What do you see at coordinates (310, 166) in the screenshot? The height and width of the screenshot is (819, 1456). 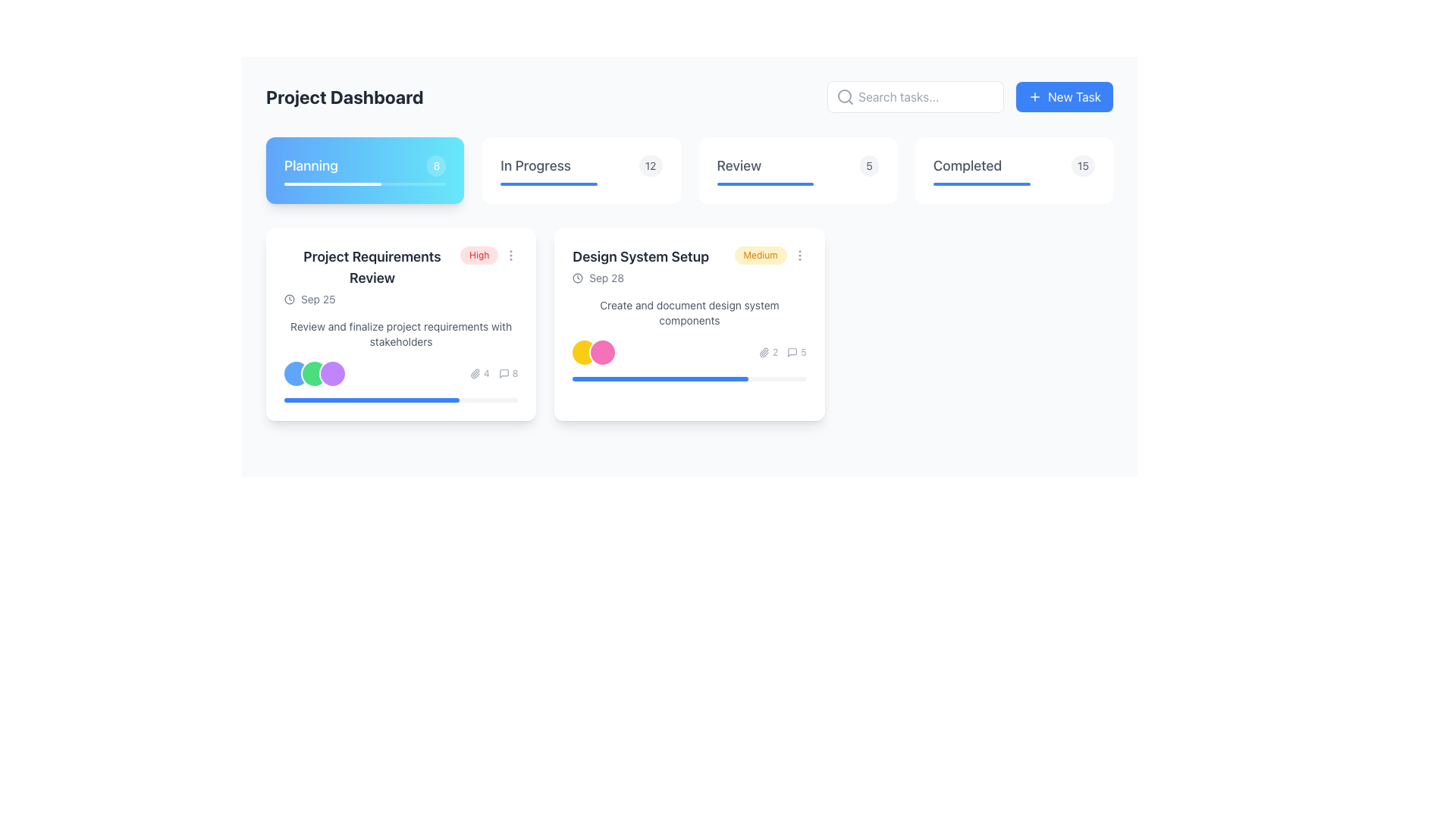 I see `the 'Planning' text label that serves as a heading within the blue-bordered widget on the dashboard interface` at bounding box center [310, 166].